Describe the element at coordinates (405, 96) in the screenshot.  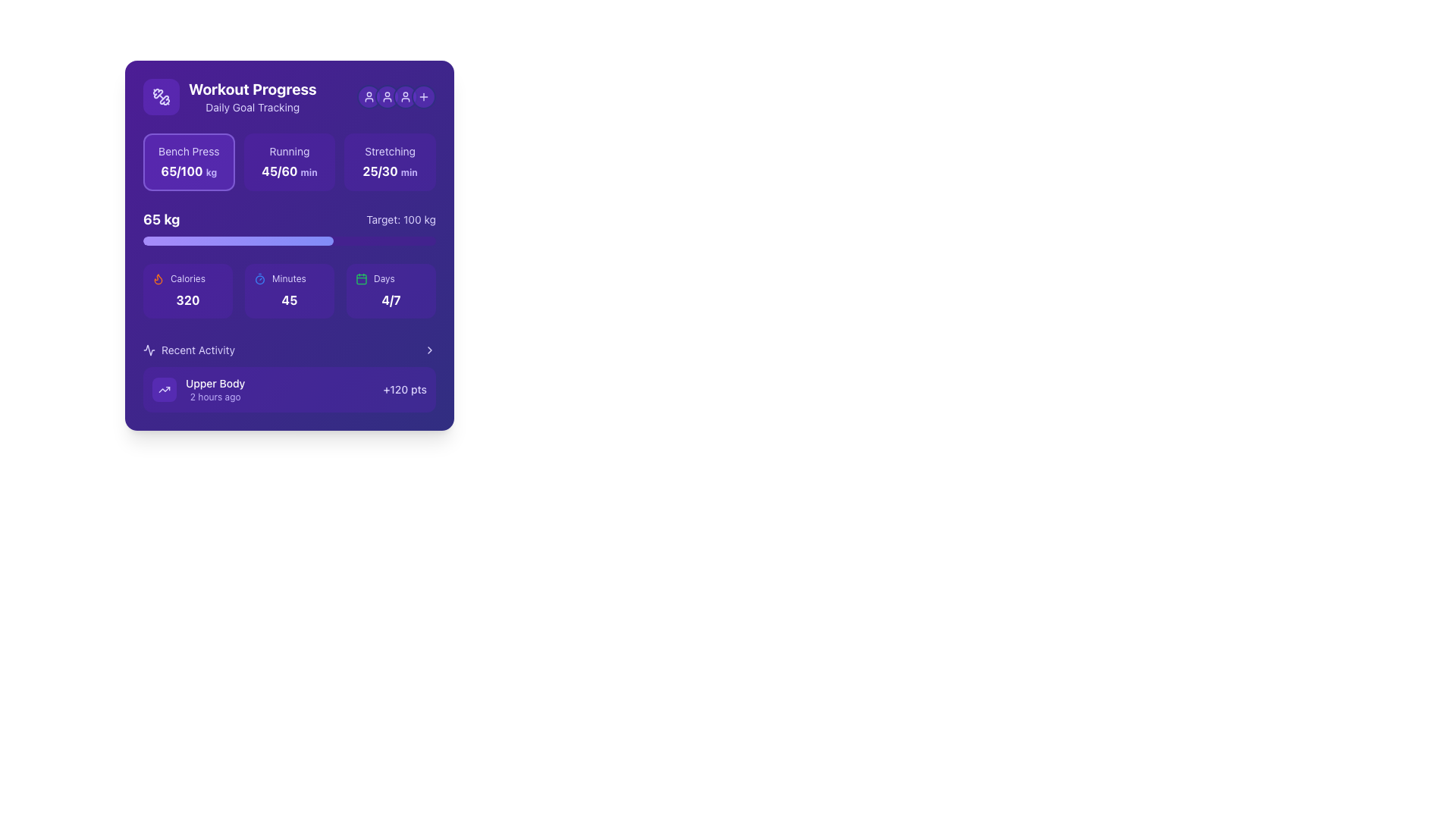
I see `the user profile icon located in the top-right section of the panel, which is part of a horizontal group of similar user icons` at that location.